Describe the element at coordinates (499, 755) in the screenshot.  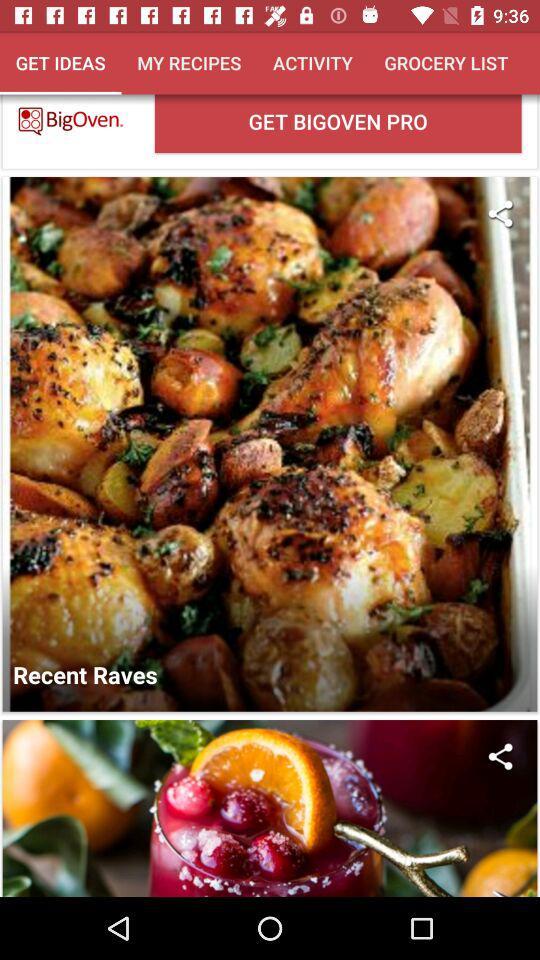
I see `share the image` at that location.